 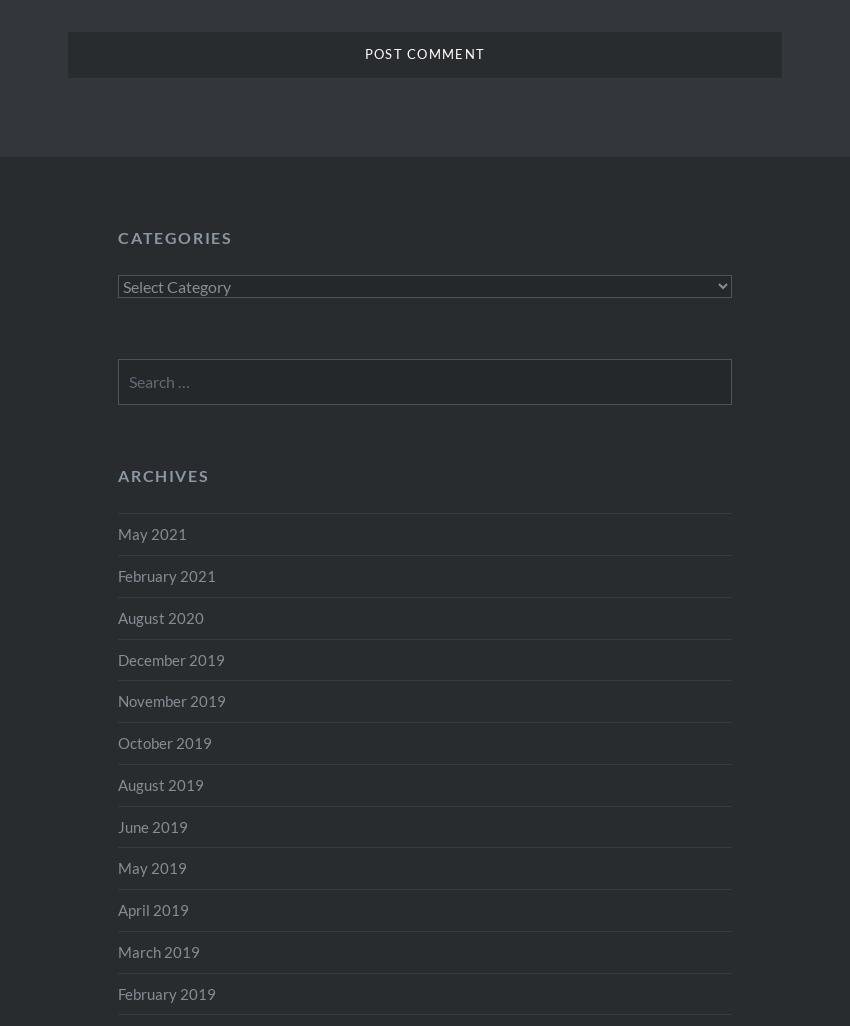 I want to click on 'Categories', so click(x=174, y=236).